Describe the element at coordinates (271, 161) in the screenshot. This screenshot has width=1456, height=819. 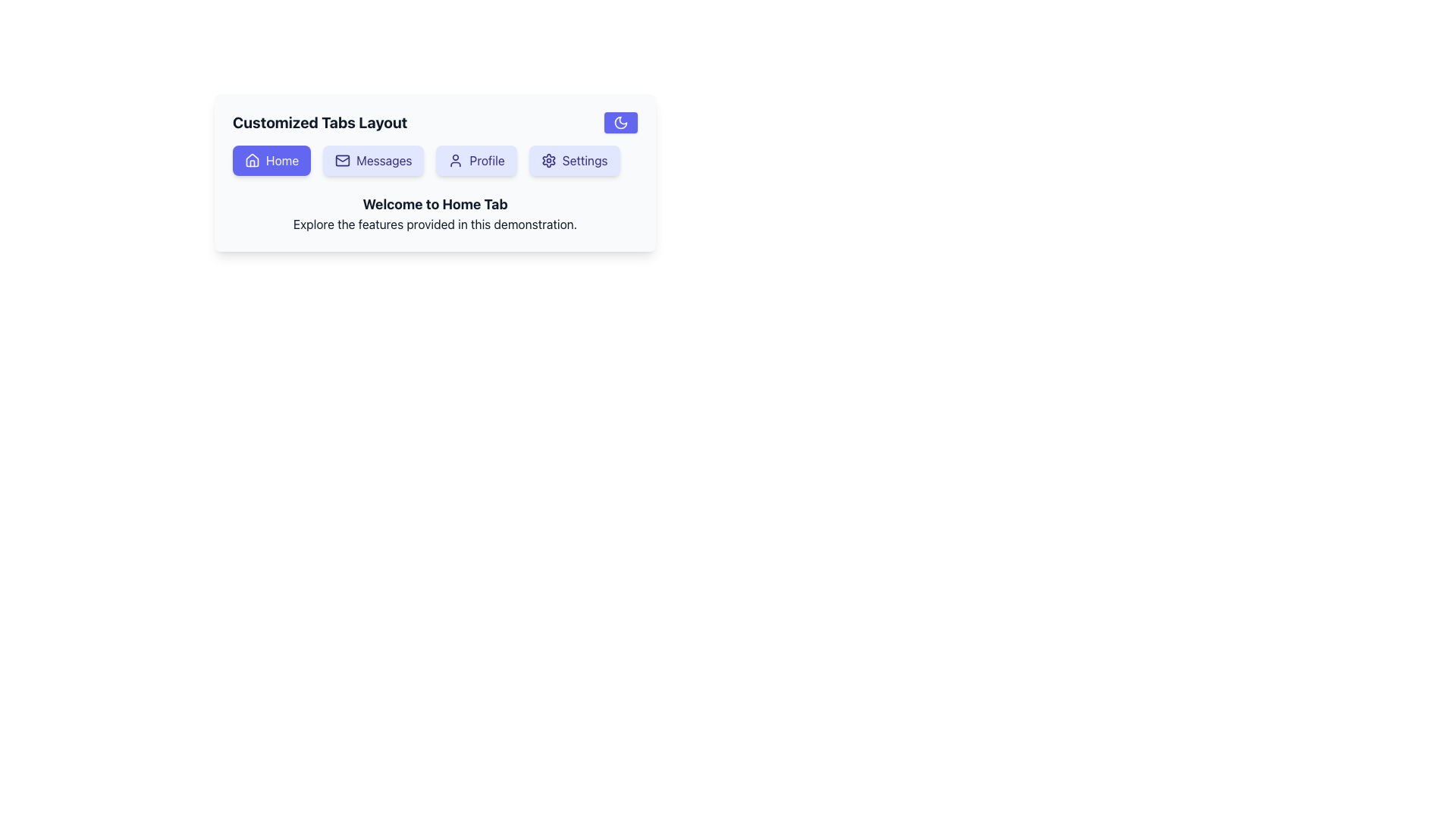
I see `the 'Home' button` at that location.